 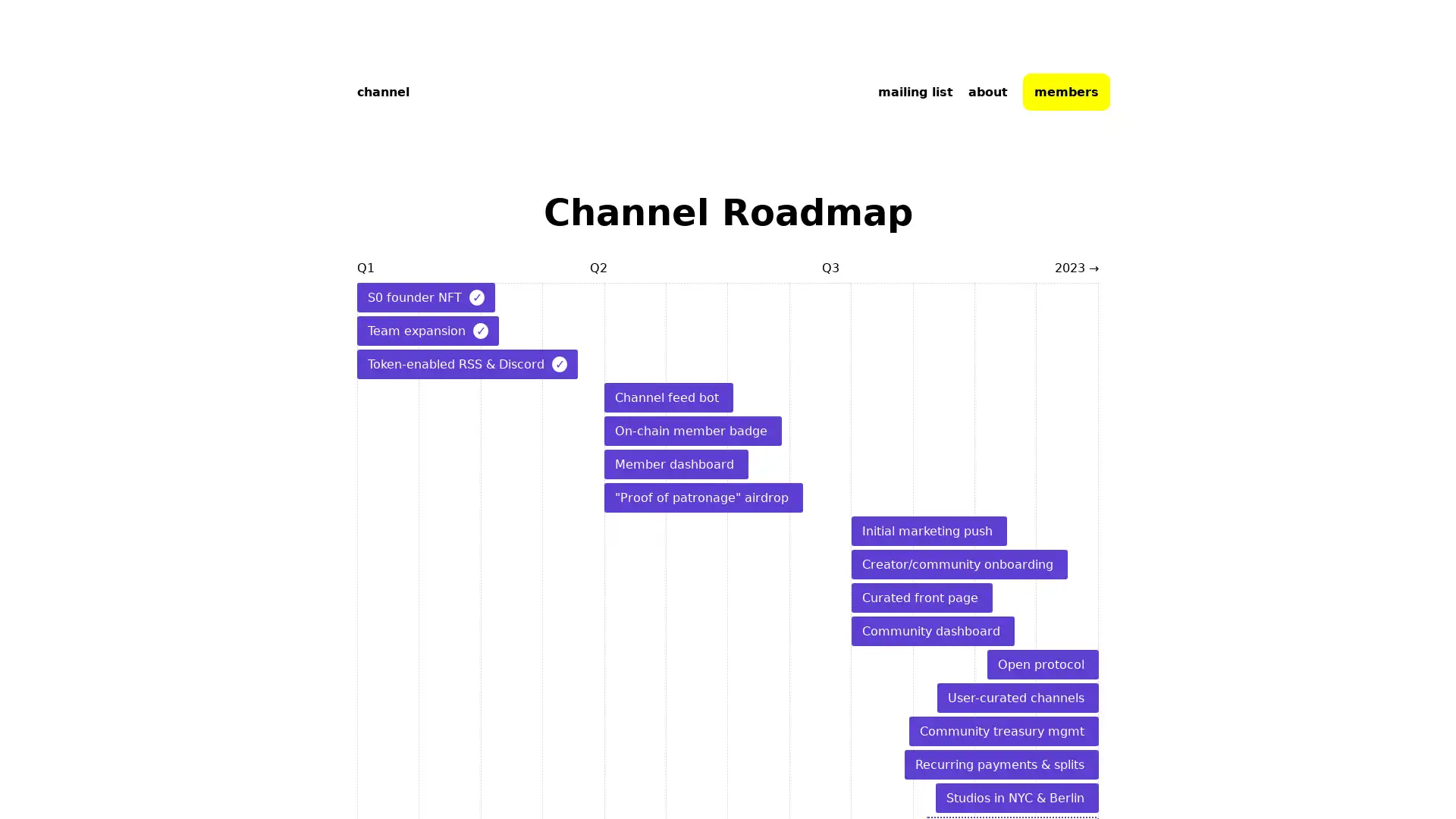 I want to click on mailing list, so click(x=915, y=91).